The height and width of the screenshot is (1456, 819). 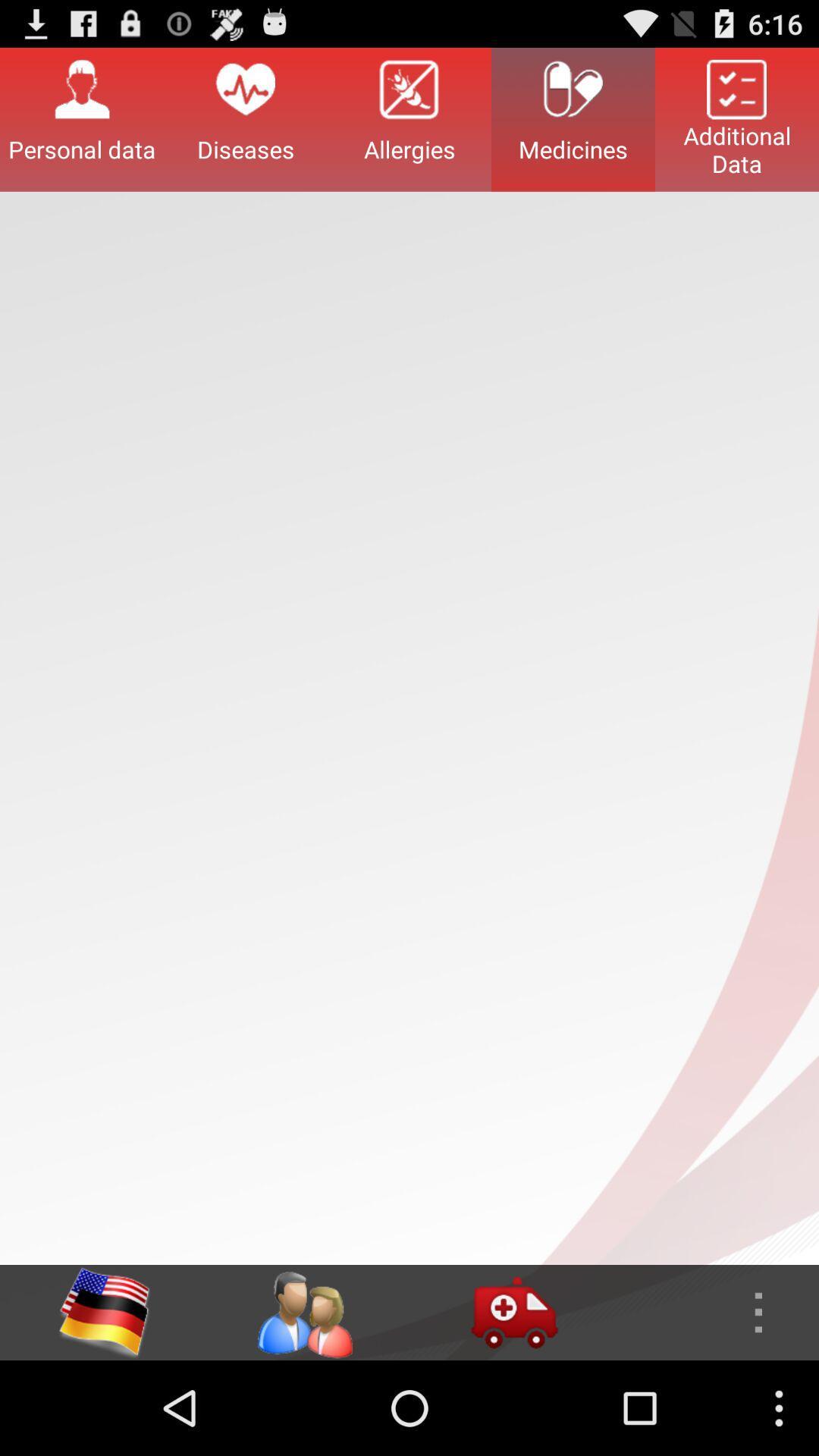 I want to click on the more icon, so click(x=714, y=1404).